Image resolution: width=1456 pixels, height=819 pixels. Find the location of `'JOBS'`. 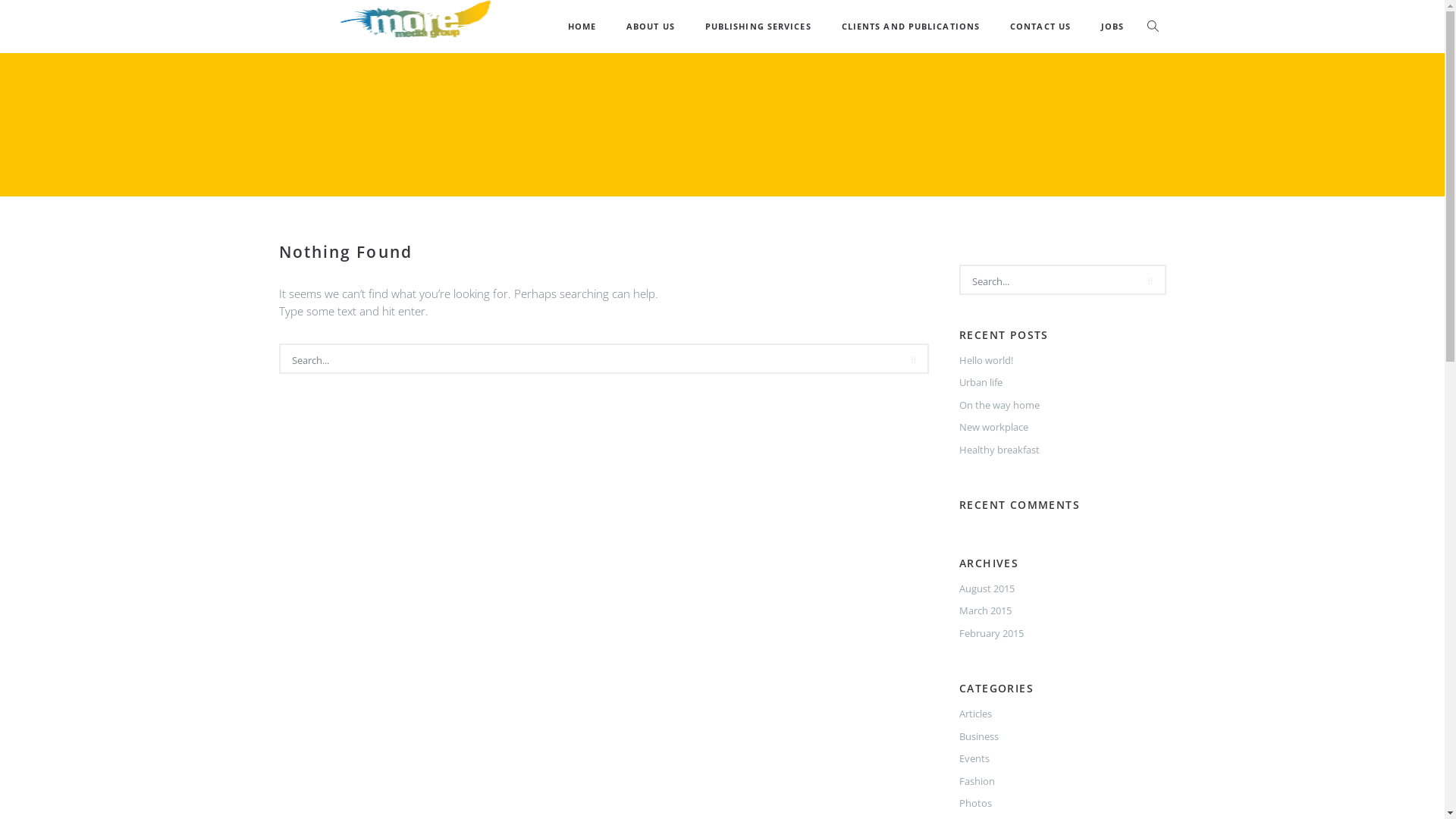

'JOBS' is located at coordinates (1112, 26).